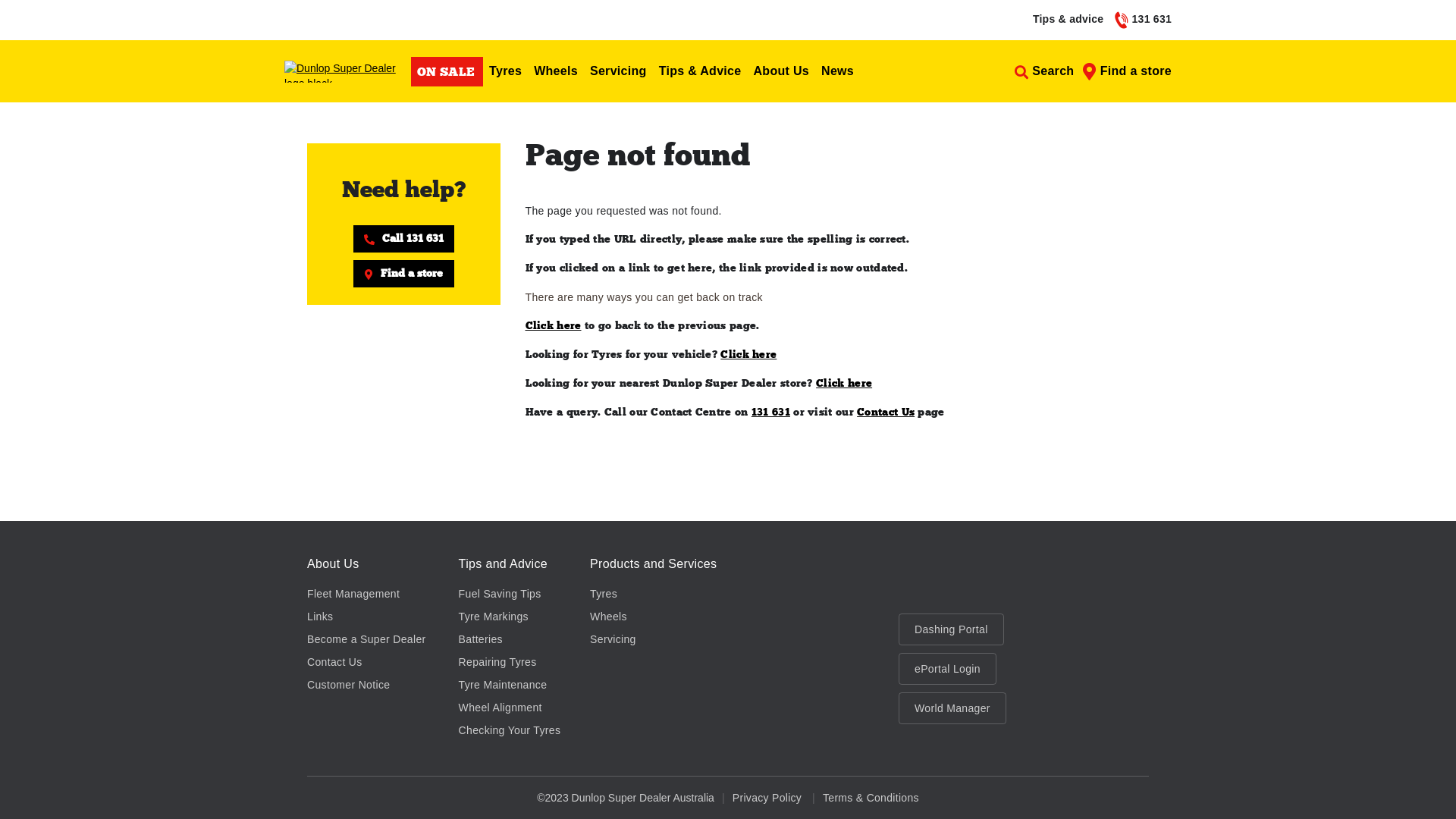  I want to click on 'Batteries', so click(479, 639).